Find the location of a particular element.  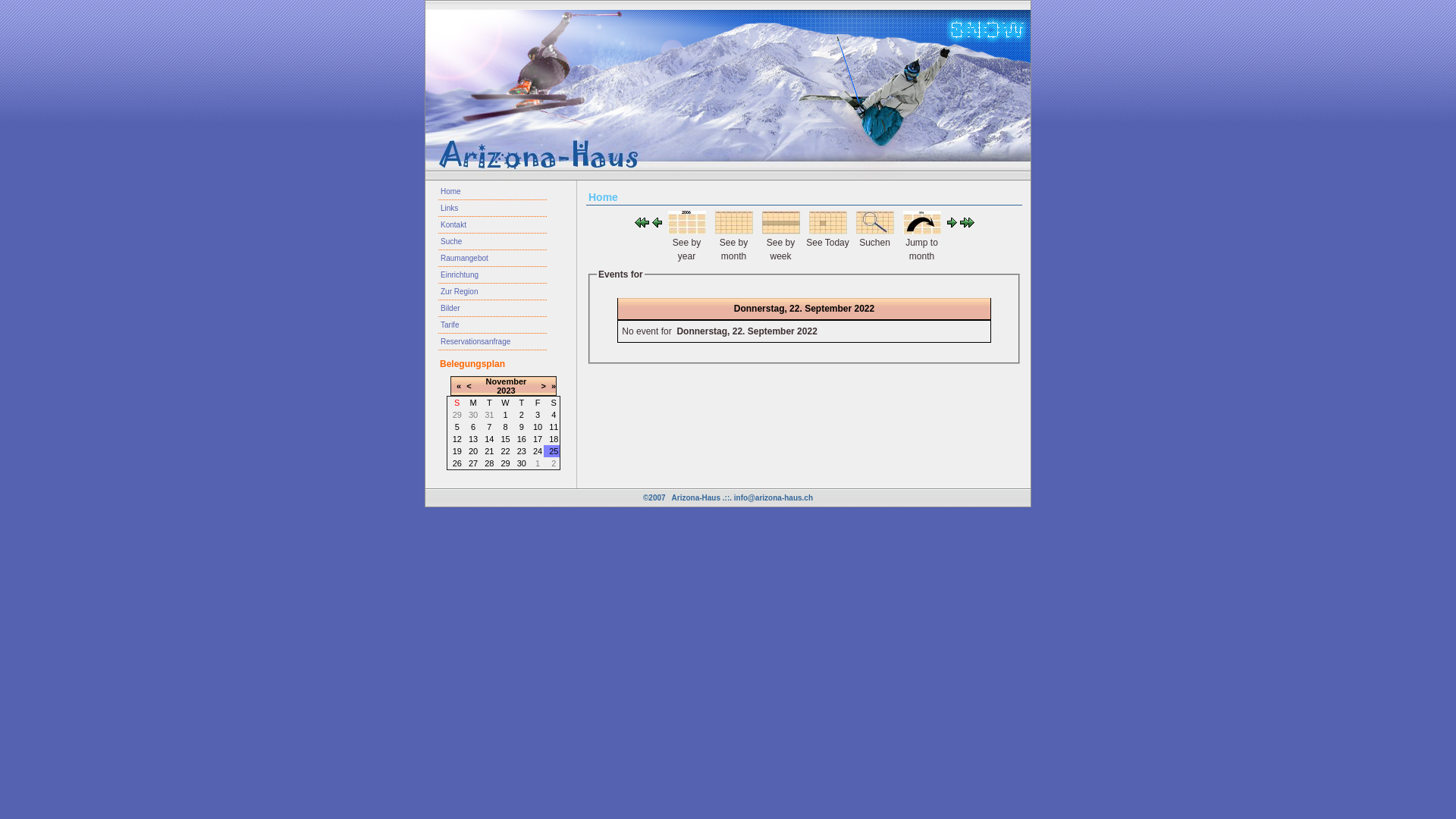

'12' is located at coordinates (457, 438).